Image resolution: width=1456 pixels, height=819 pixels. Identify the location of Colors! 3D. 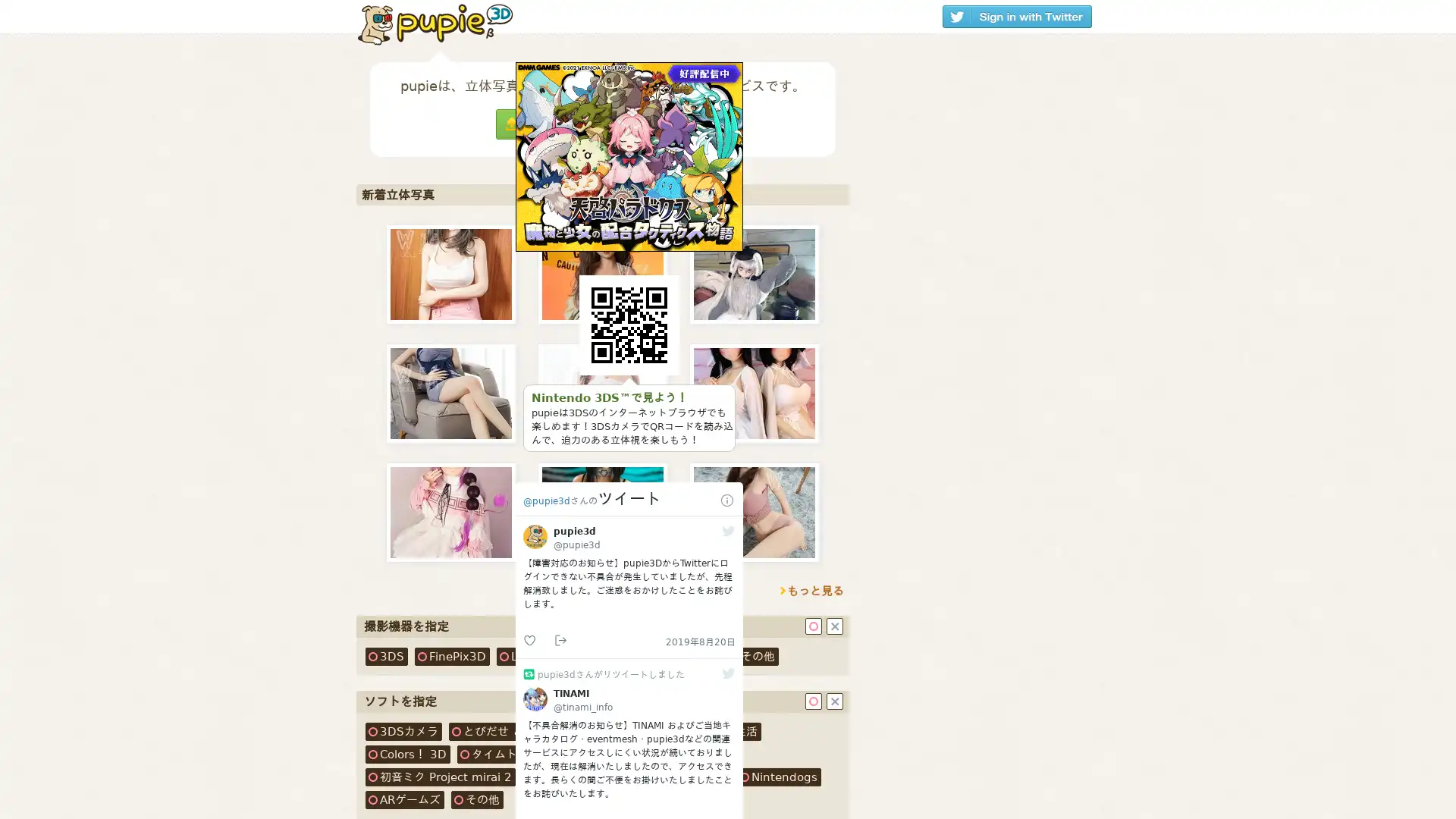
(407, 755).